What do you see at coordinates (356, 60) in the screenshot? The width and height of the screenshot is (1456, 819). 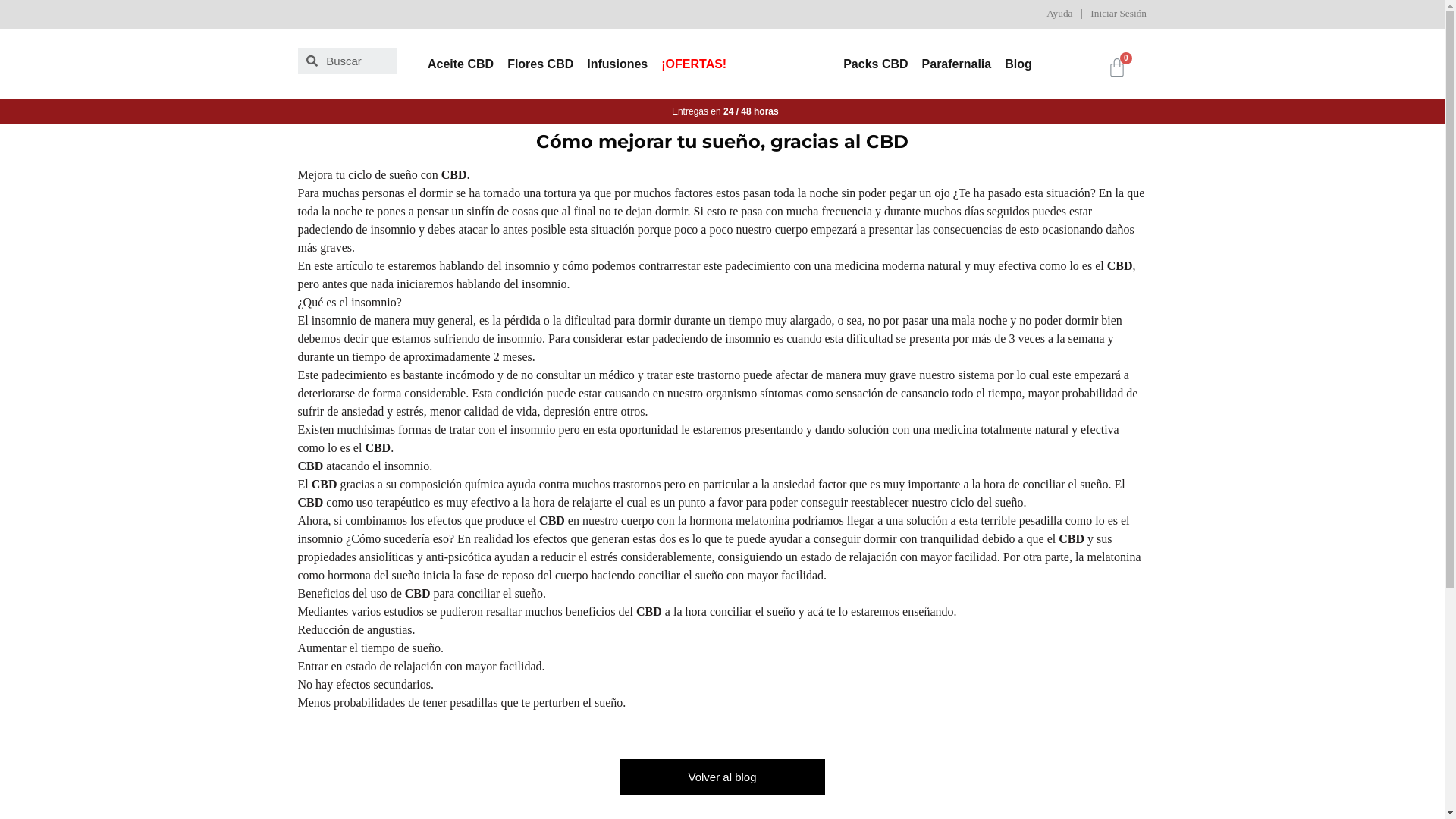 I see `'Search'` at bounding box center [356, 60].